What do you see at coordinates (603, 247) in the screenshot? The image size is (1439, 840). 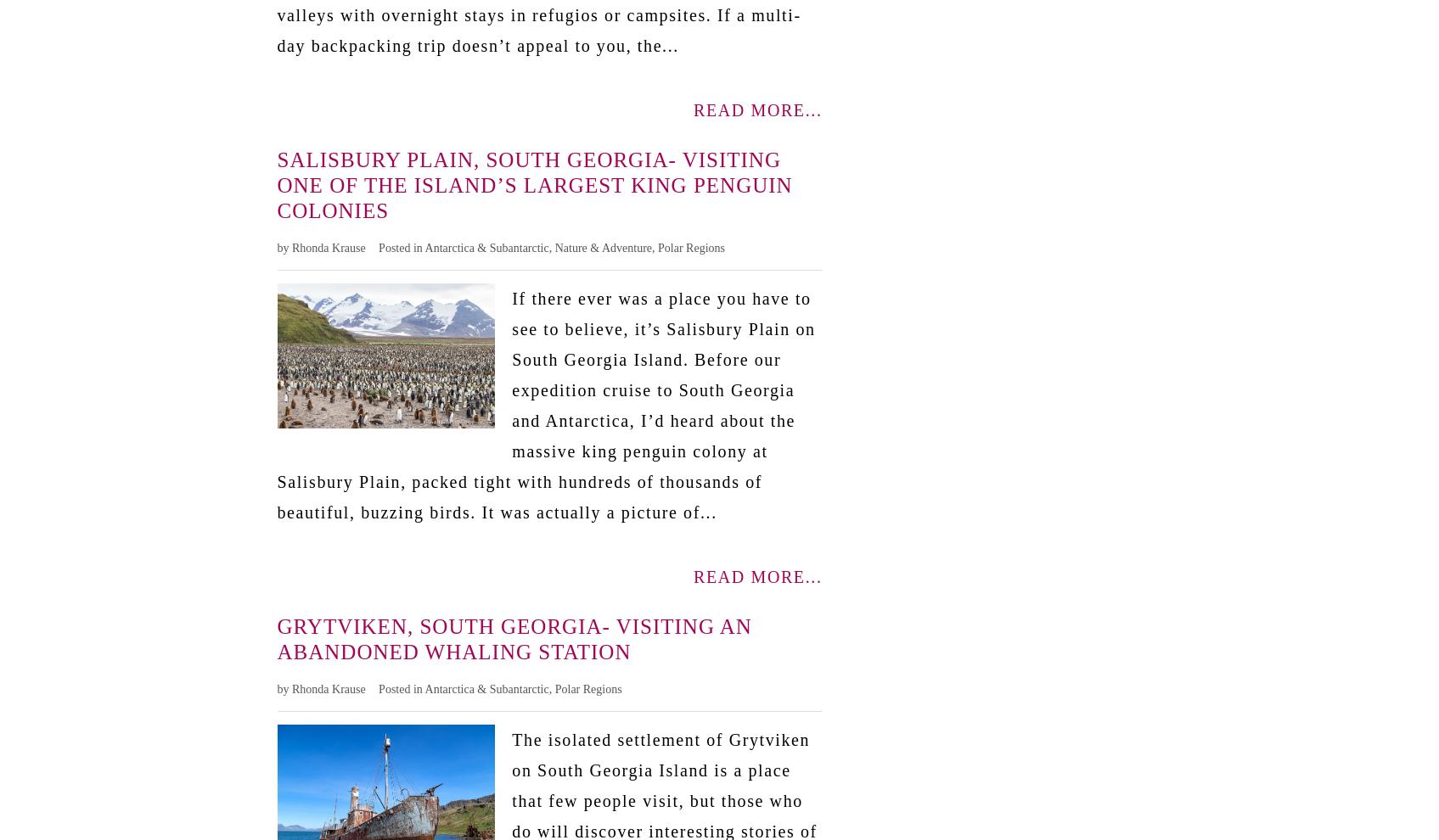 I see `'Nature & Adventure'` at bounding box center [603, 247].